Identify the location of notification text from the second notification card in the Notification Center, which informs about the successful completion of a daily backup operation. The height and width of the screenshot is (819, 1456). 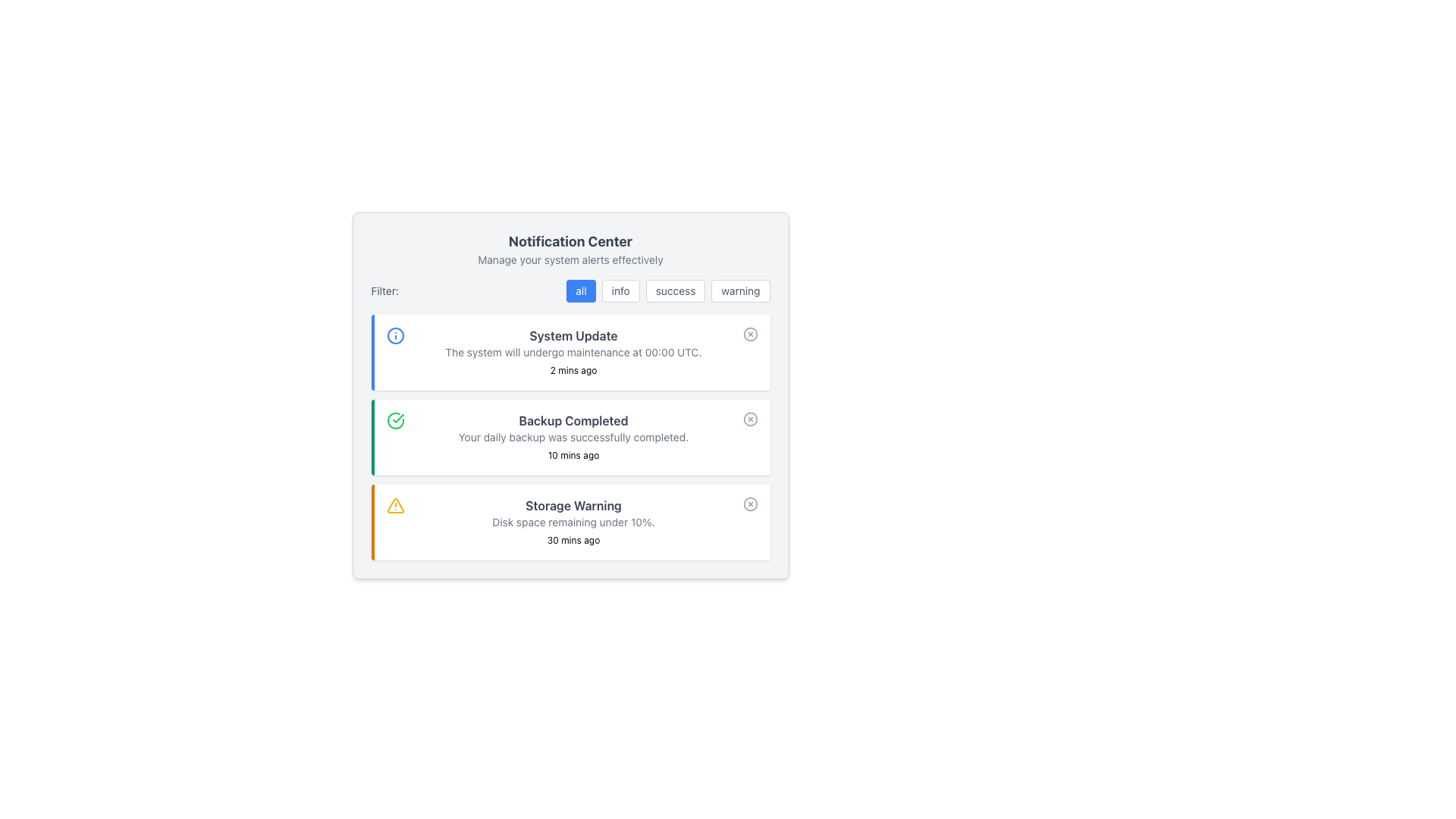
(570, 438).